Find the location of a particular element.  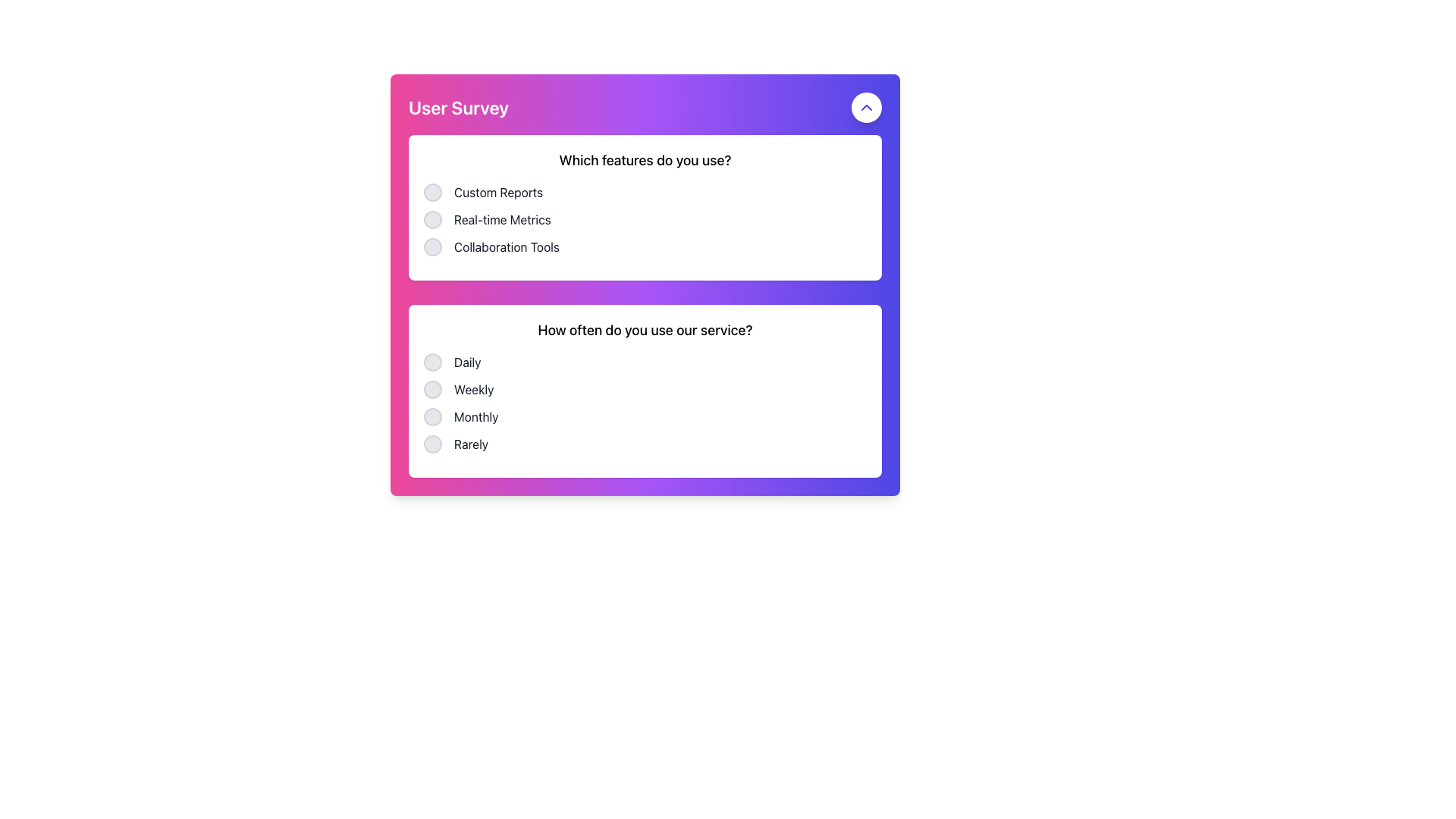

the circular radio button with a light gray background and darker gray border is located at coordinates (432, 362).